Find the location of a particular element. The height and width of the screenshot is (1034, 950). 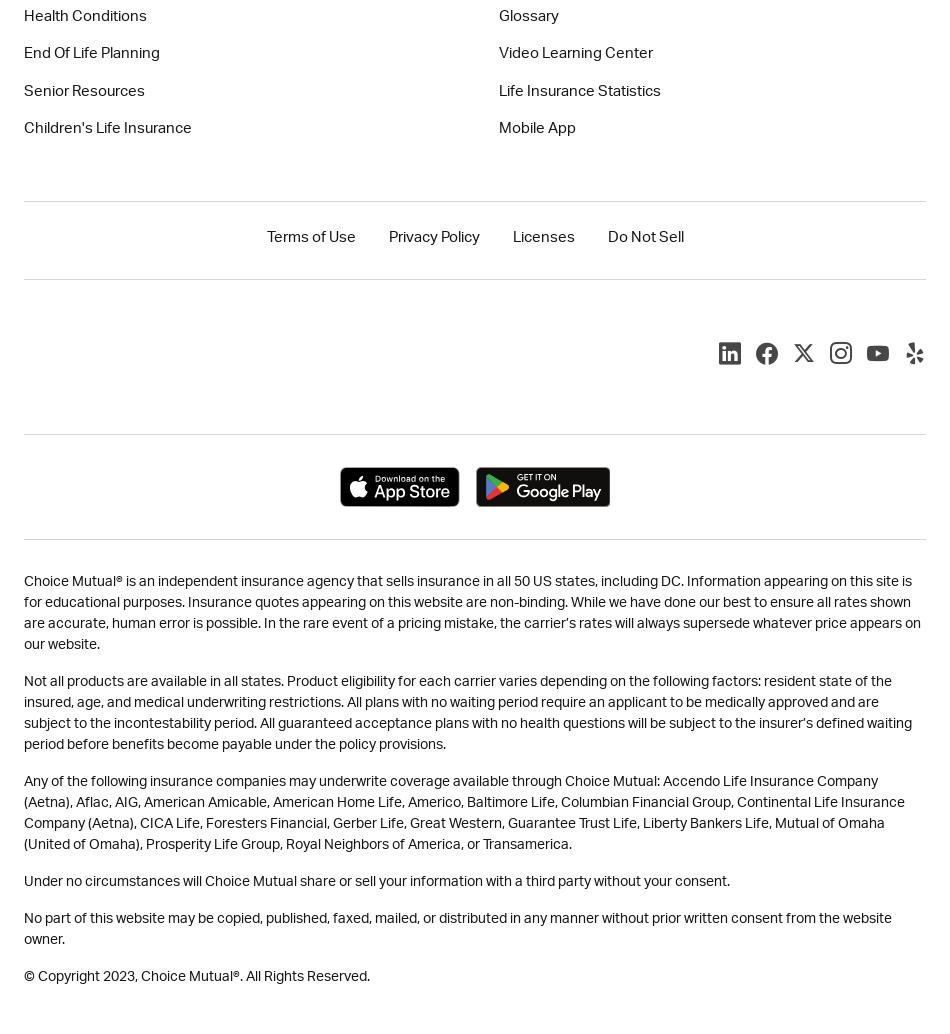

'Licenses' is located at coordinates (543, 237).